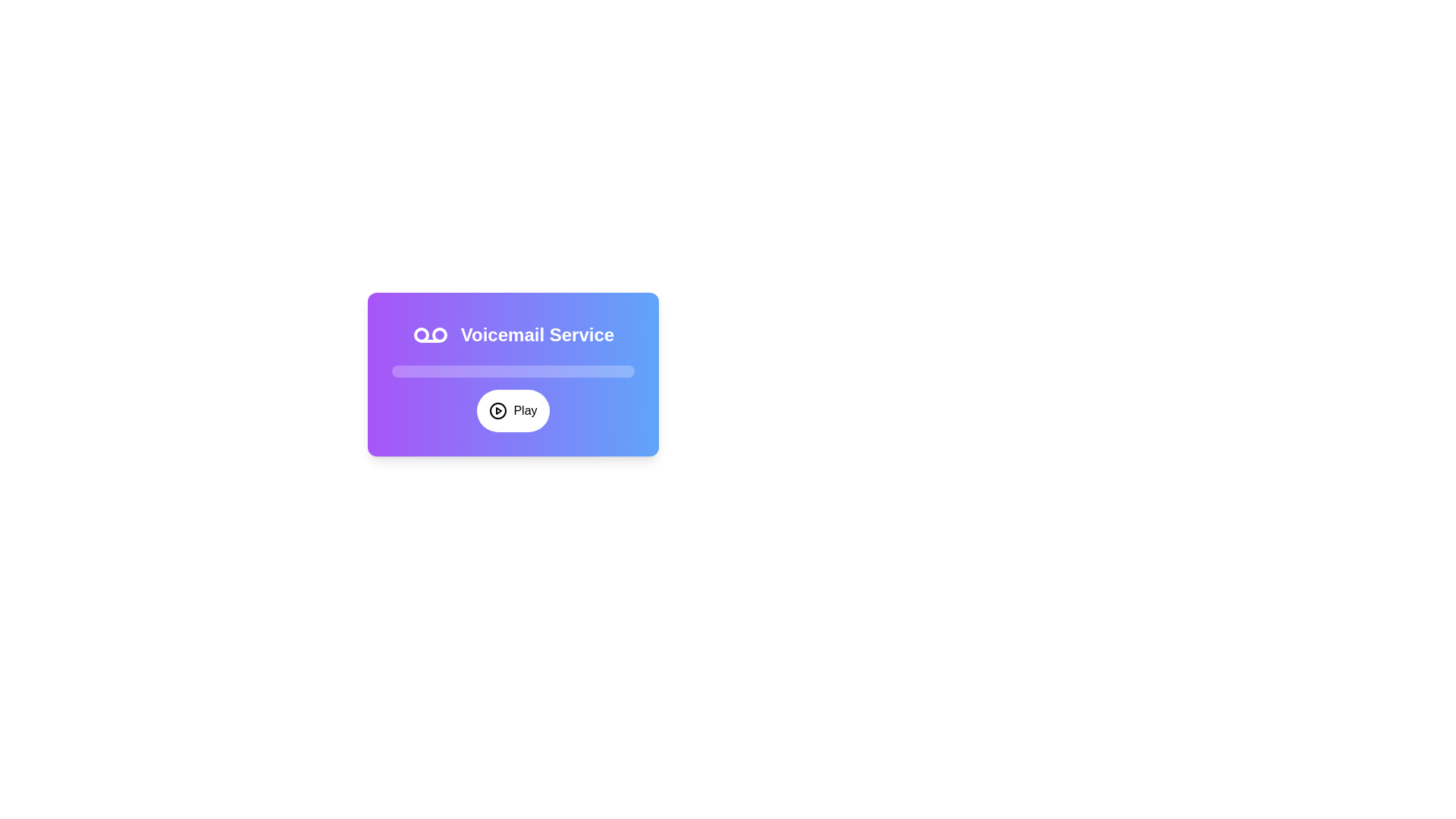 The image size is (1456, 819). I want to click on the circular boundary of the play button graphic that is positioned below the text 'Voicemail Service' in the card-like interface, so click(498, 411).